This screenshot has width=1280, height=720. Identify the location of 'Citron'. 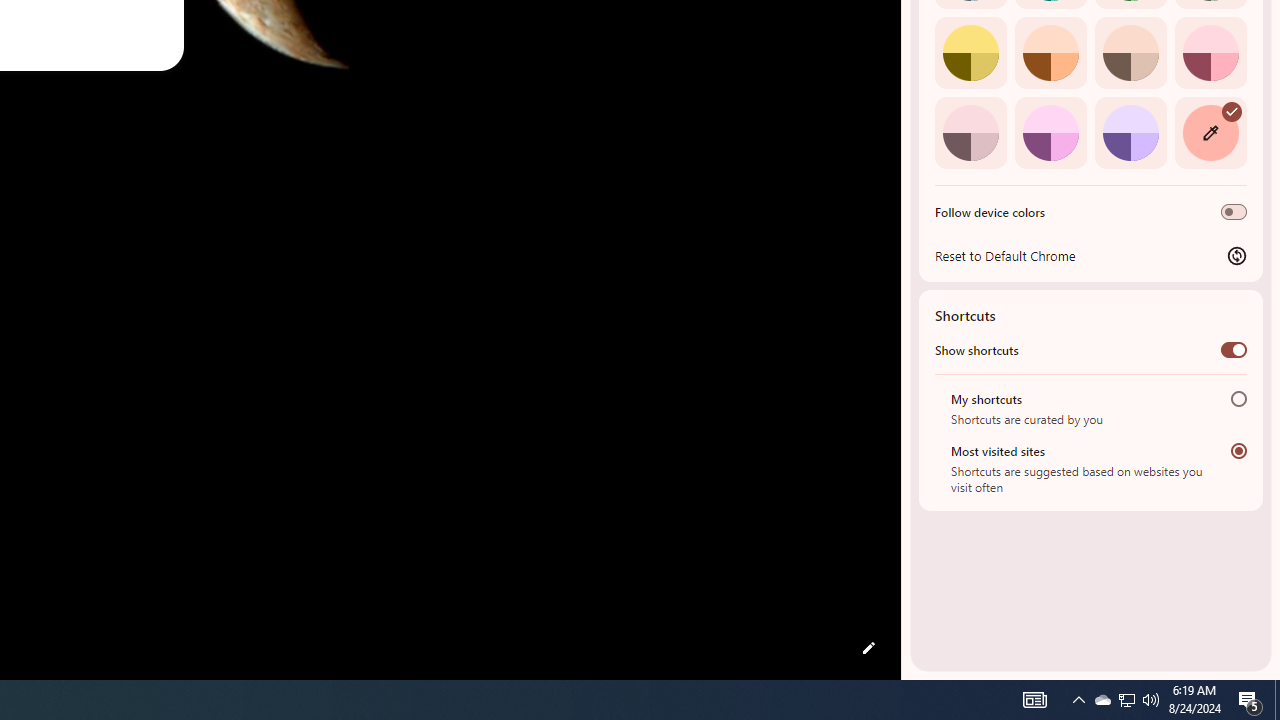
(970, 51).